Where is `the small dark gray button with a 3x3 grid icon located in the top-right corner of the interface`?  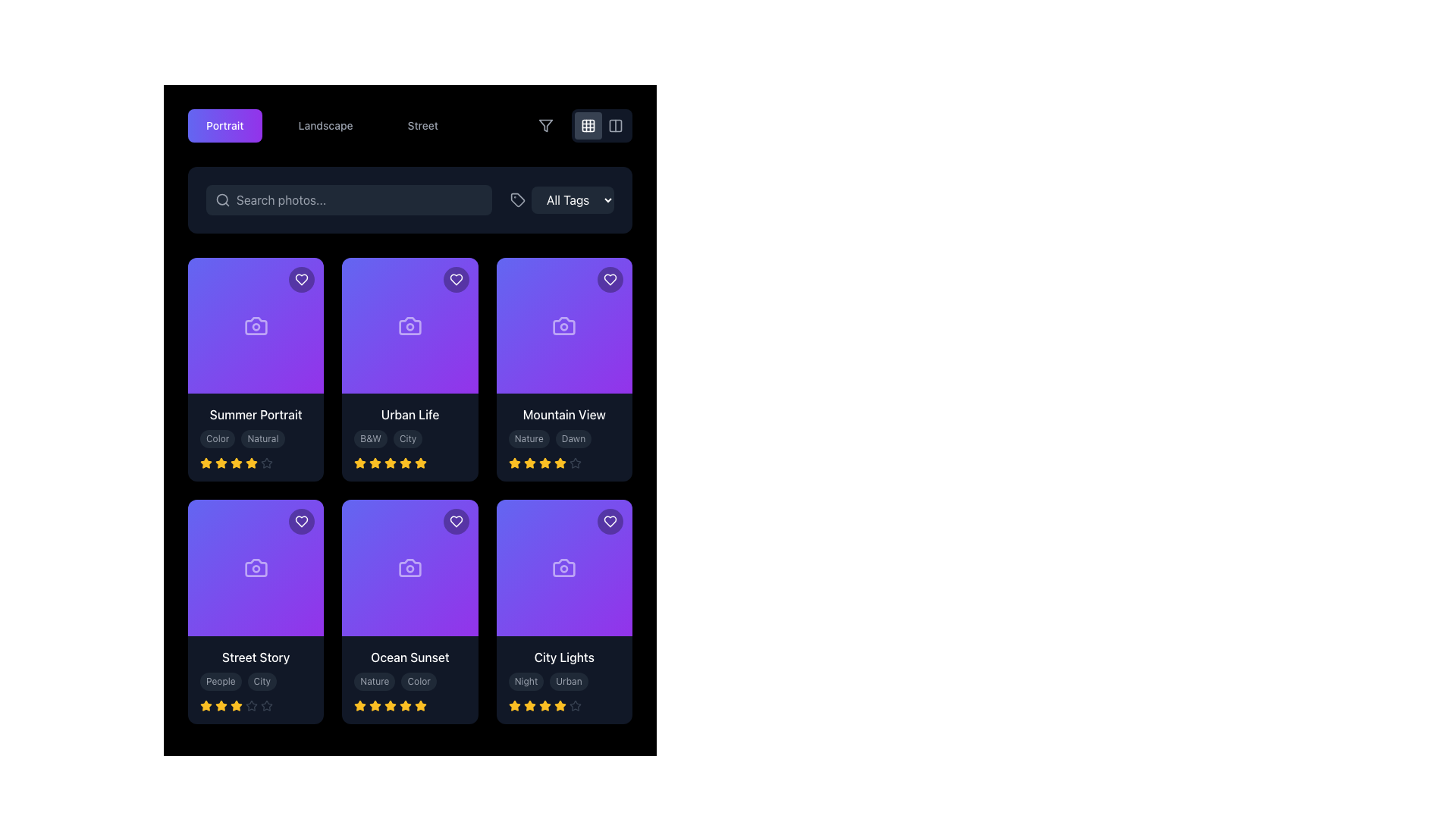
the small dark gray button with a 3x3 grid icon located in the top-right corner of the interface is located at coordinates (588, 124).